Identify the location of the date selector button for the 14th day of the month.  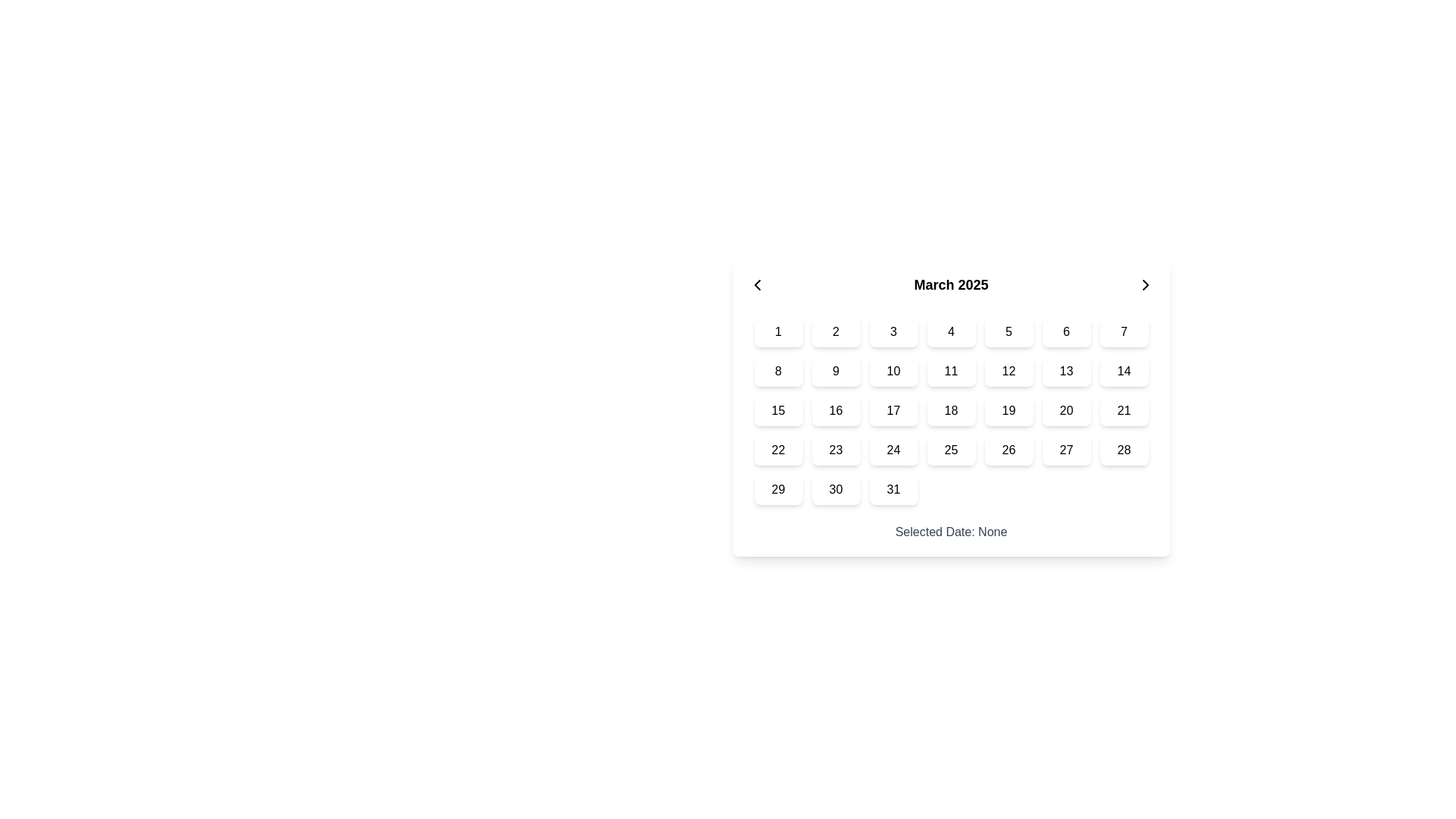
(1124, 371).